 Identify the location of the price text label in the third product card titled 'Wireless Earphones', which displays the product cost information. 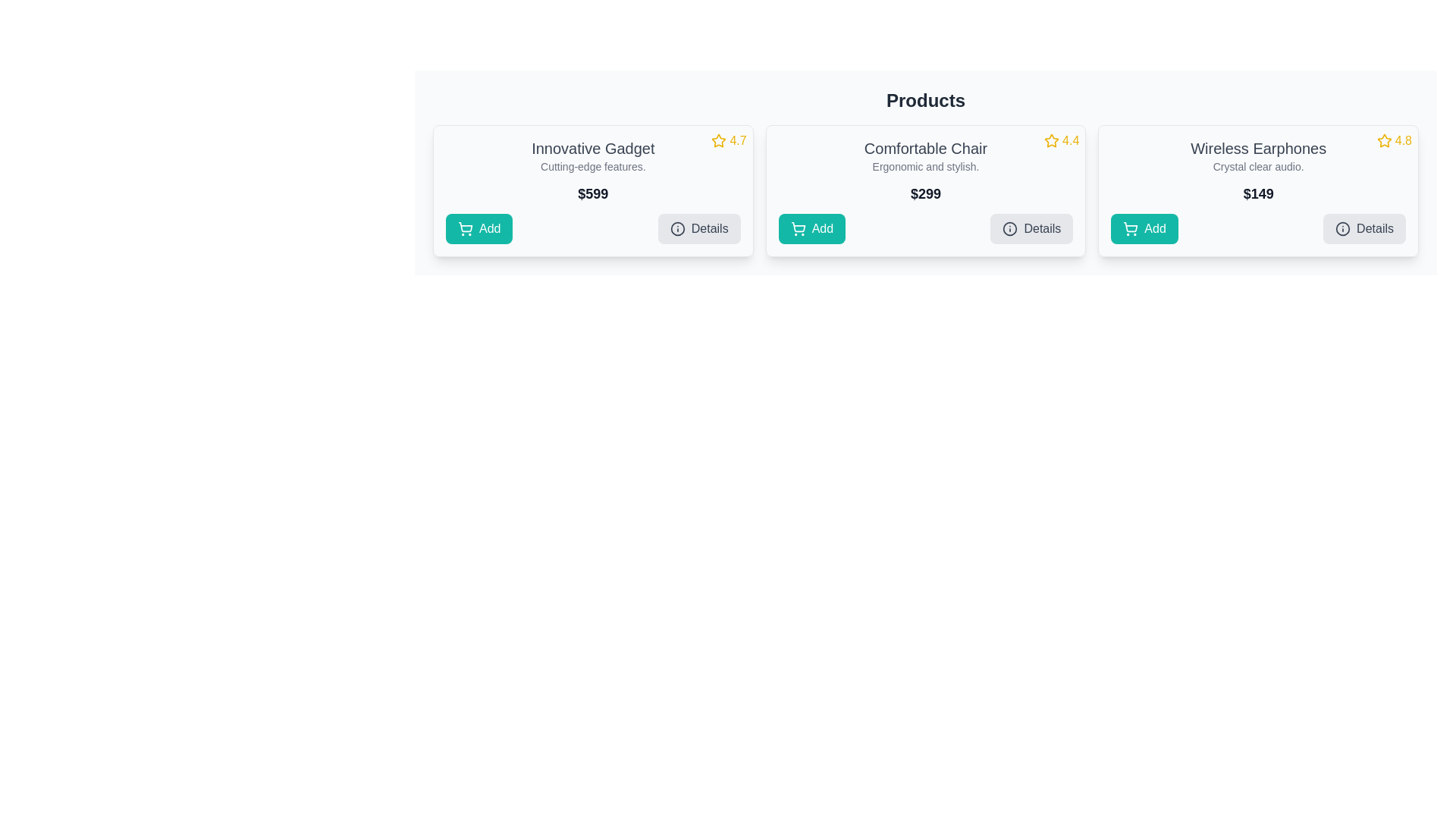
(1258, 193).